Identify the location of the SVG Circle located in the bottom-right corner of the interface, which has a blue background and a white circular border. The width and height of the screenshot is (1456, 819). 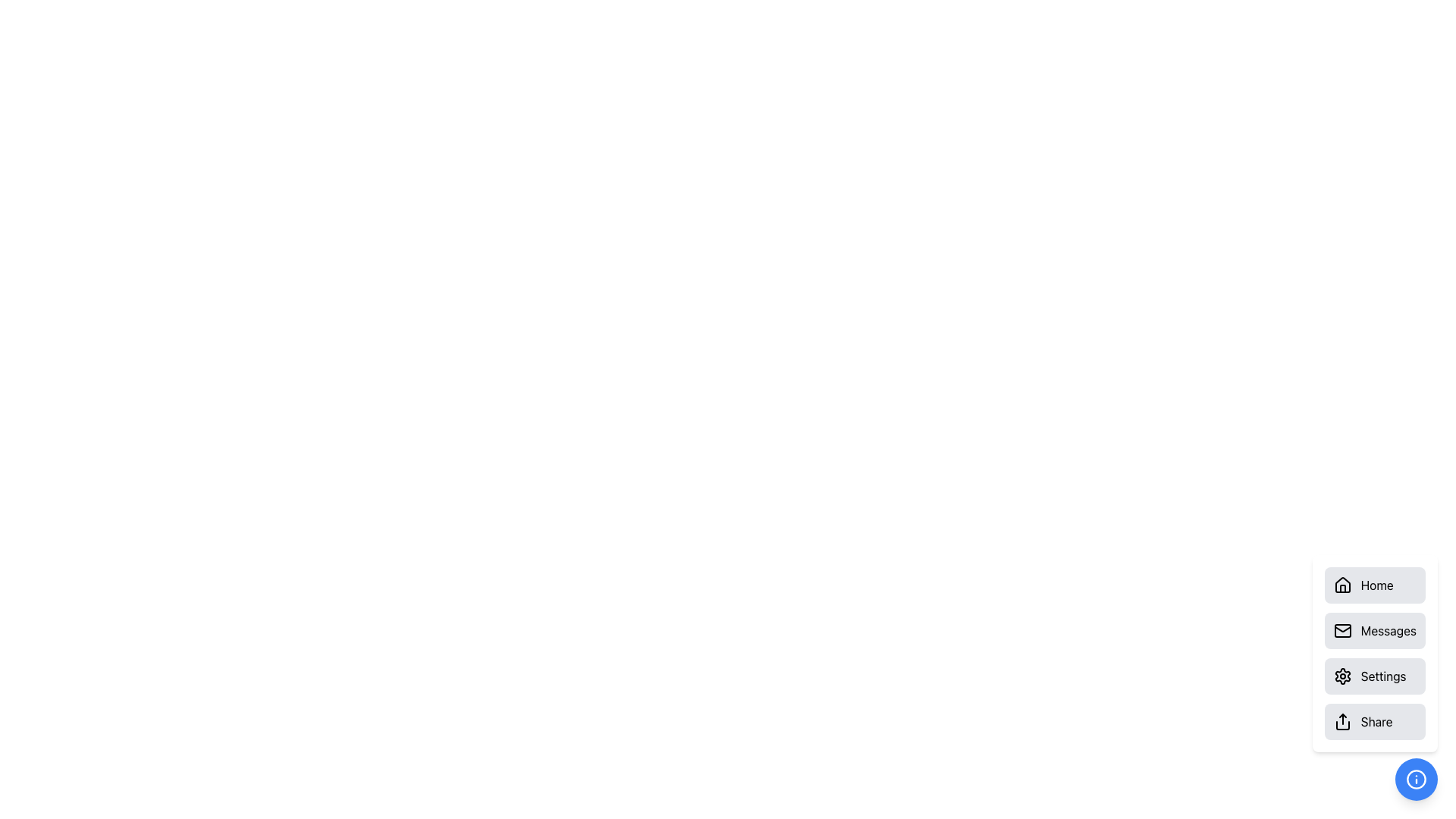
(1415, 778).